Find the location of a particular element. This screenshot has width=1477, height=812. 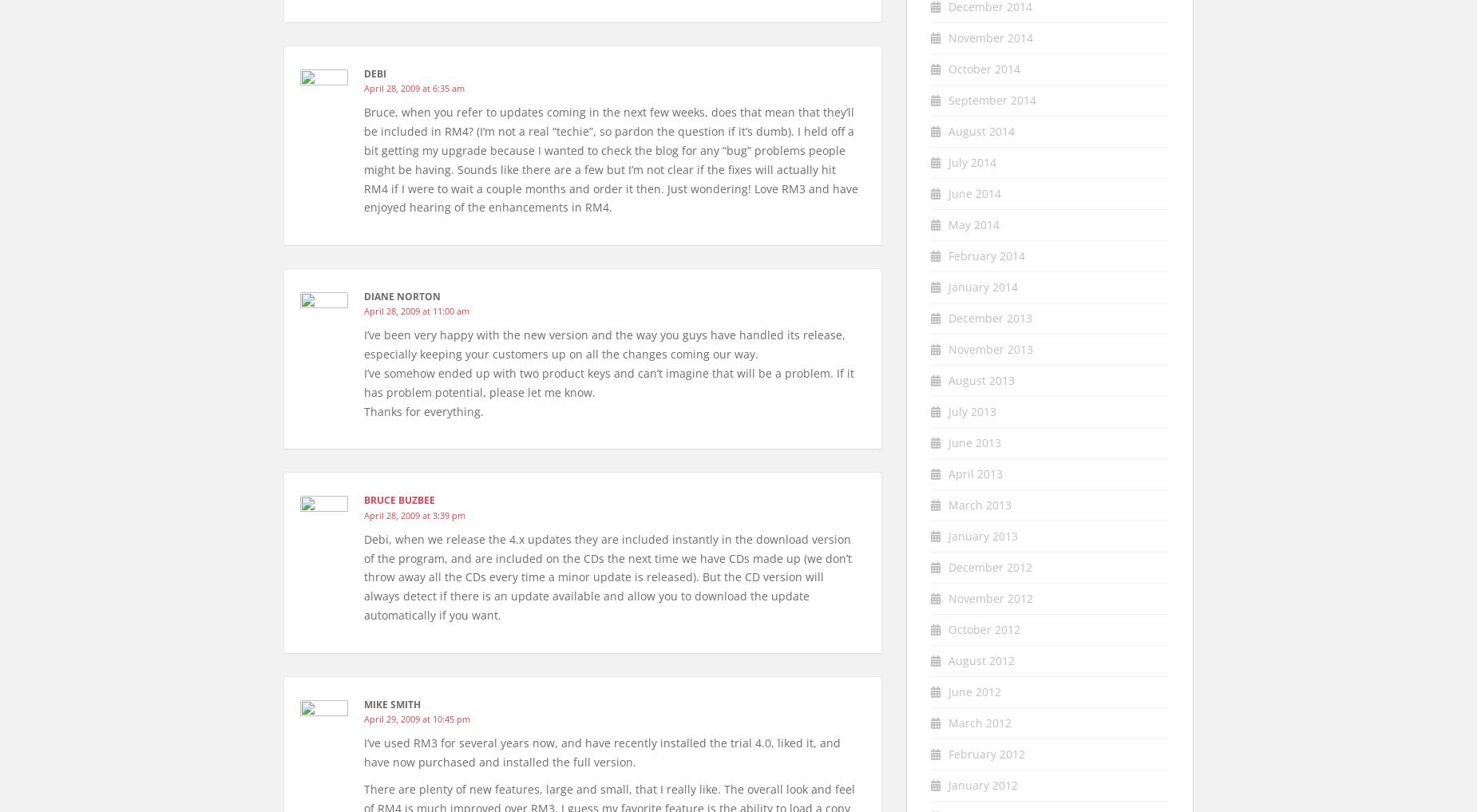

'June 2012' is located at coordinates (974, 691).